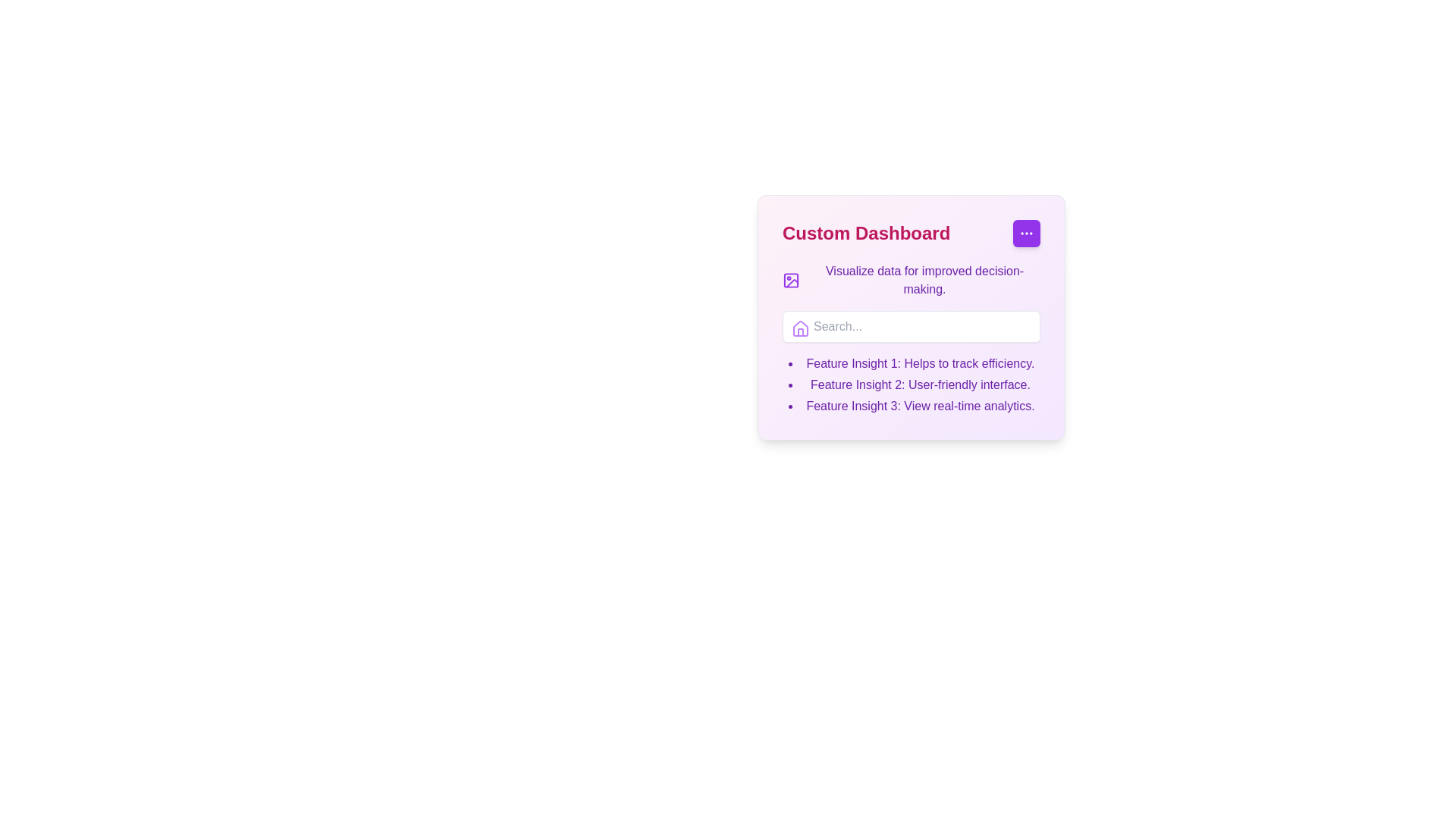 This screenshot has width=1456, height=819. I want to click on the ellipsis icon in the upper-right corner of the 'Custom Dashboard' card, so click(1026, 234).